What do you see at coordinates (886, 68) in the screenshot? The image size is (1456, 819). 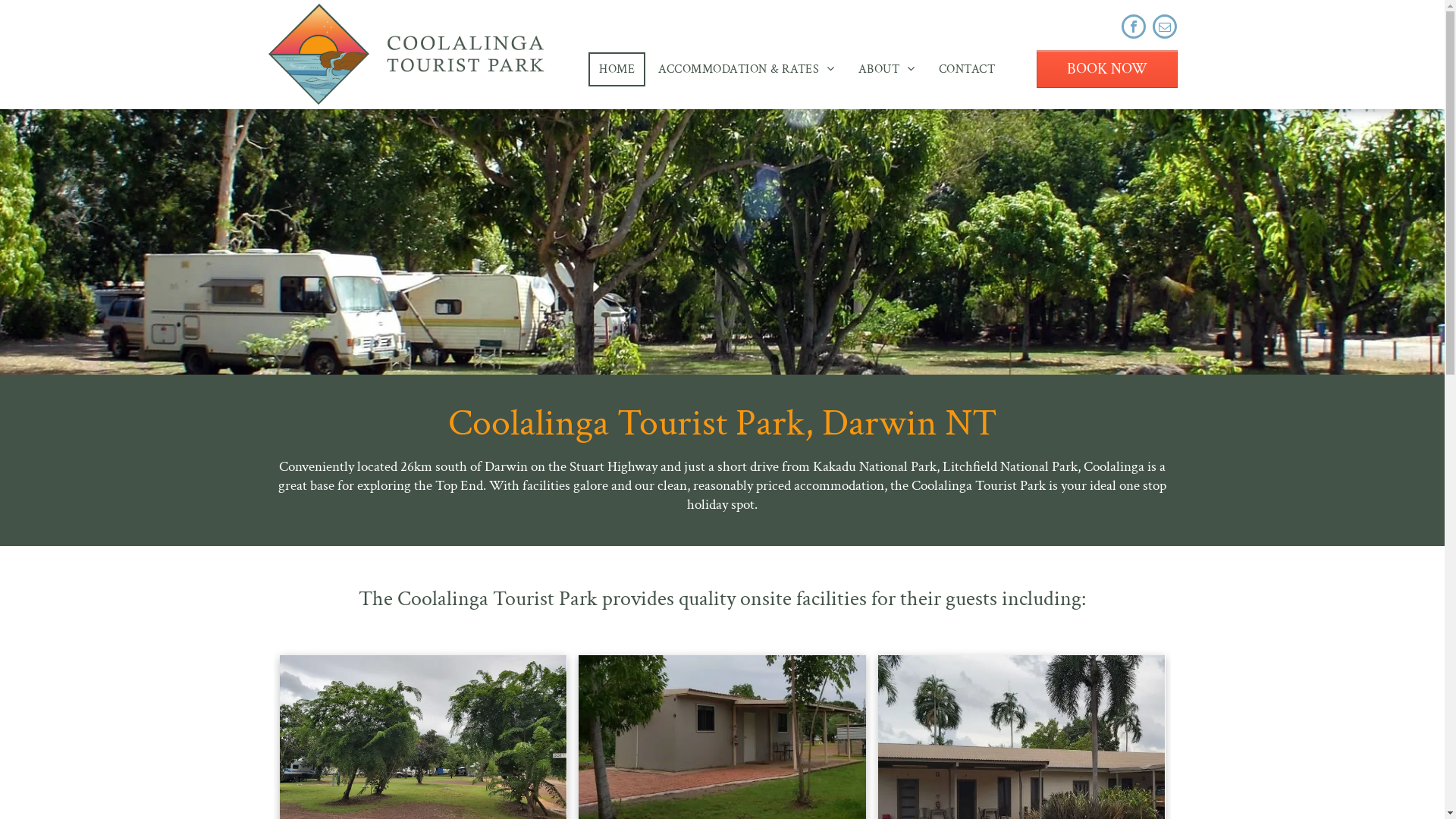 I see `'ABOUT'` at bounding box center [886, 68].